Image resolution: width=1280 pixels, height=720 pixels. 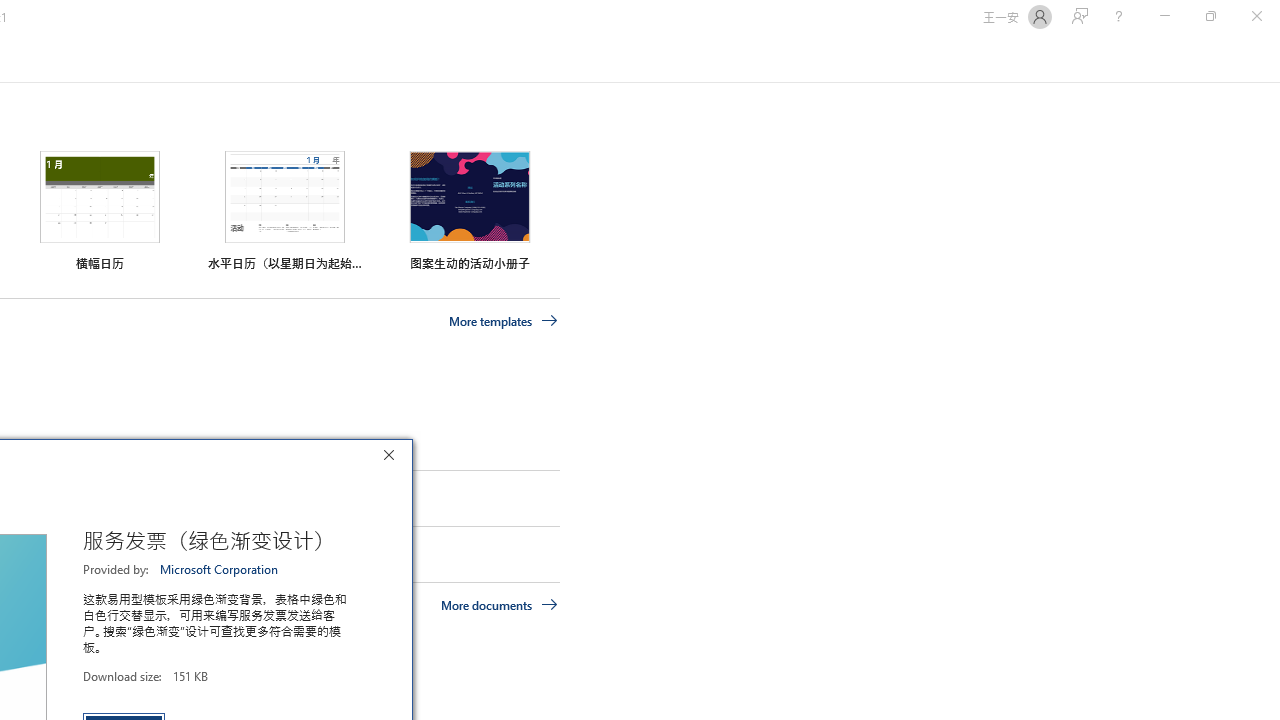 I want to click on 'Help', so click(x=1117, y=16).